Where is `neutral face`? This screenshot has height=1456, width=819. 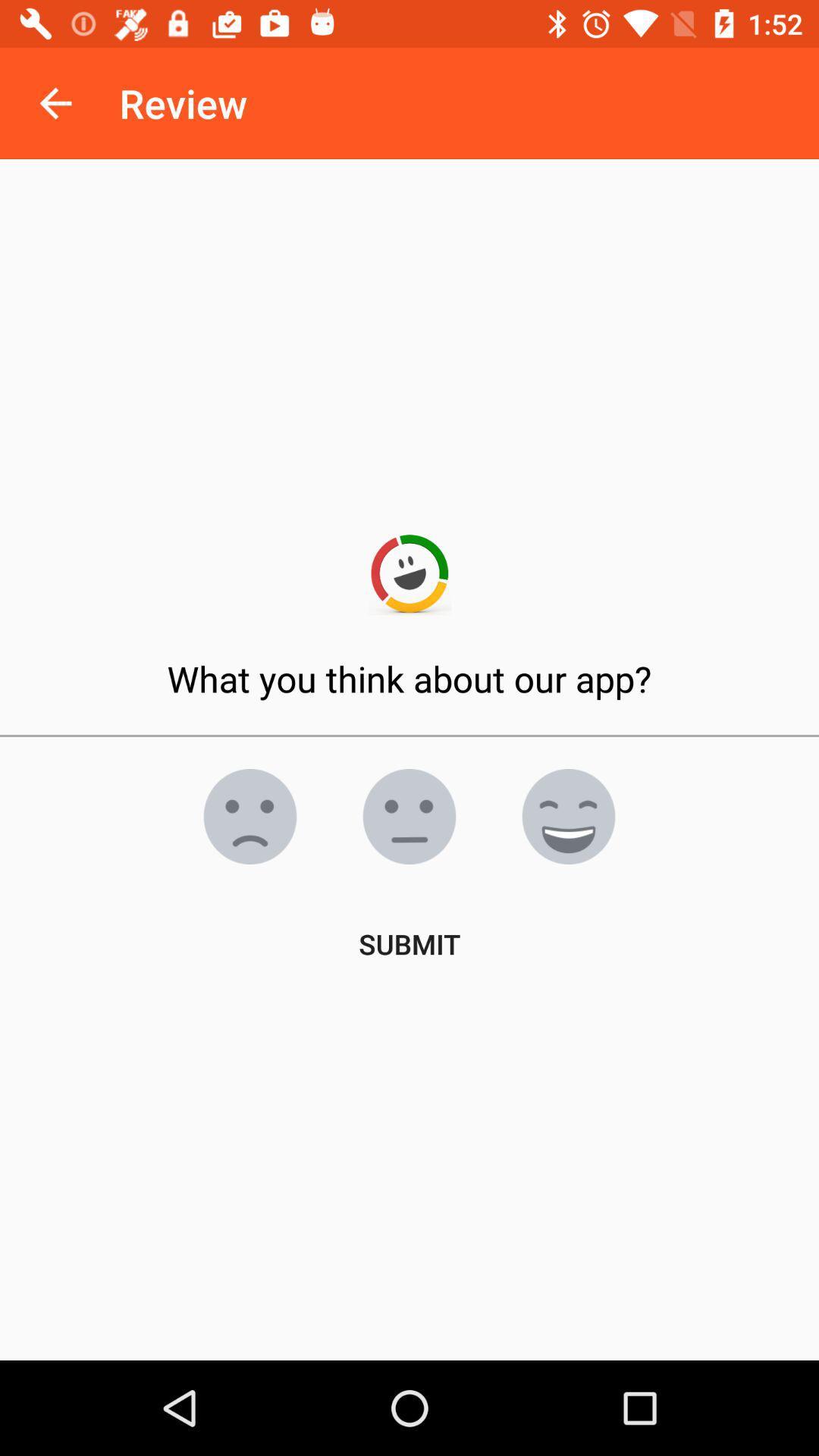
neutral face is located at coordinates (409, 815).